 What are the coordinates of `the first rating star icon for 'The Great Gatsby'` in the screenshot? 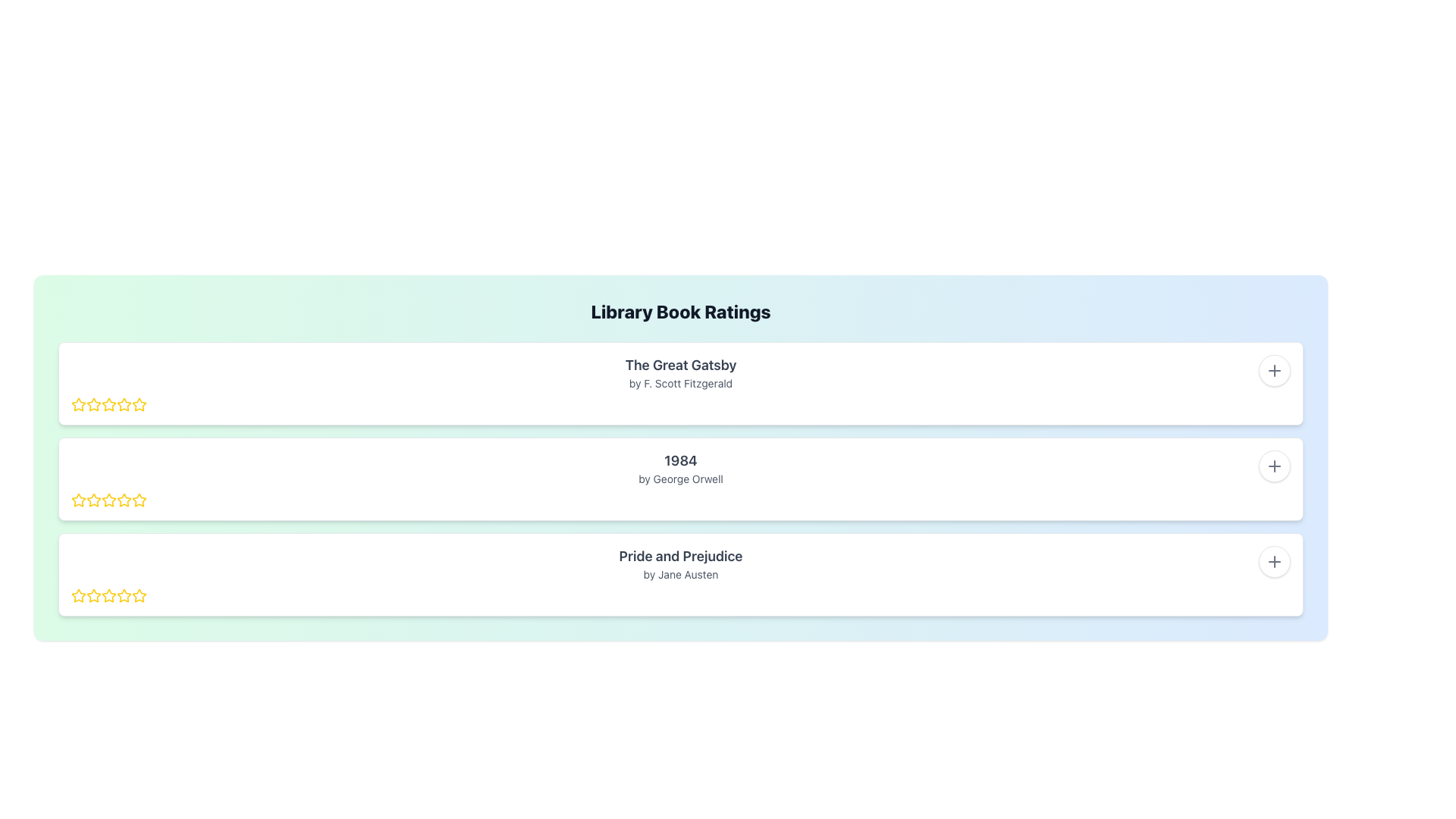 It's located at (78, 403).